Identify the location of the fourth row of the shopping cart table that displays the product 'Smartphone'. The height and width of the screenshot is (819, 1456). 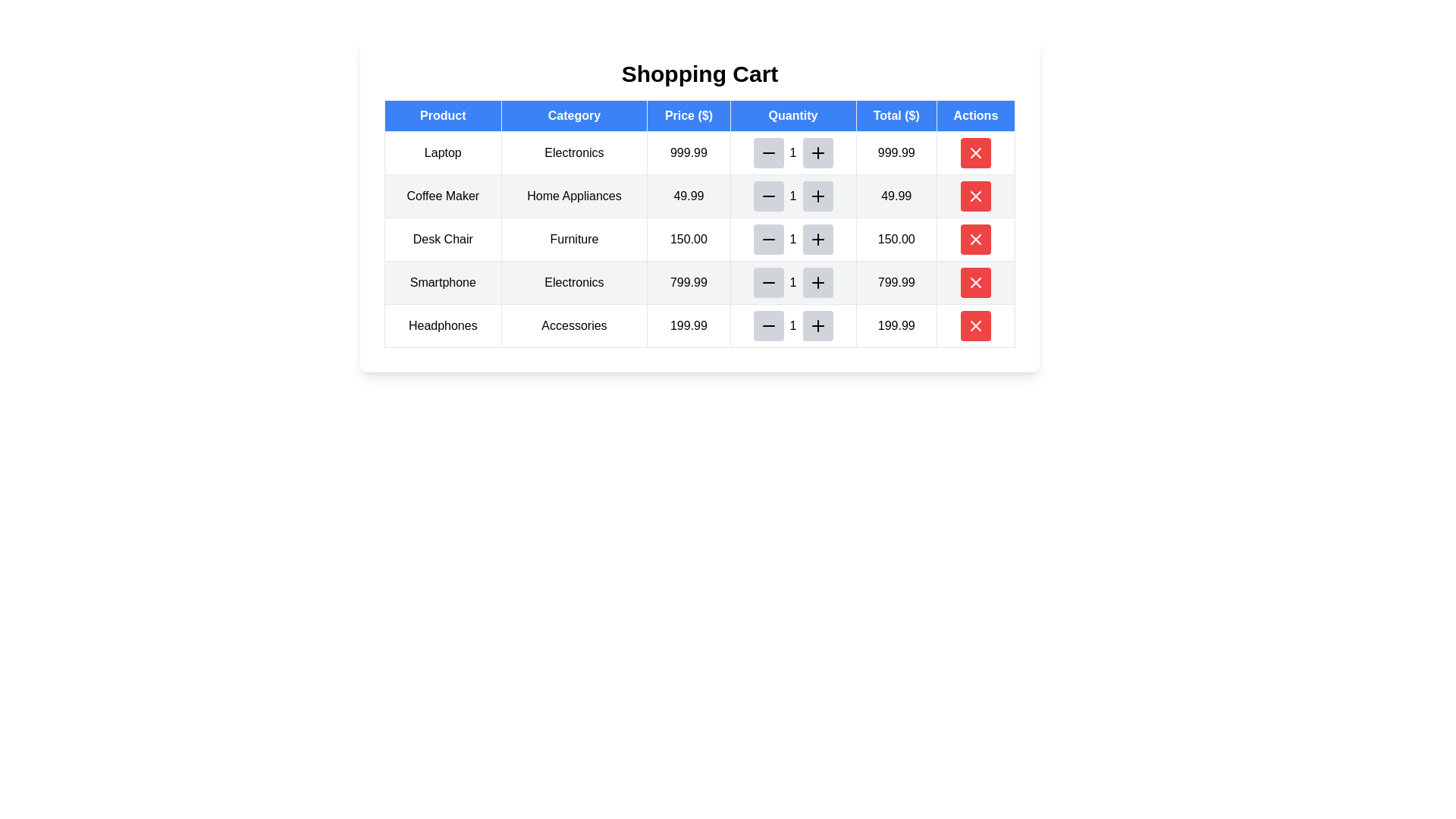
(698, 283).